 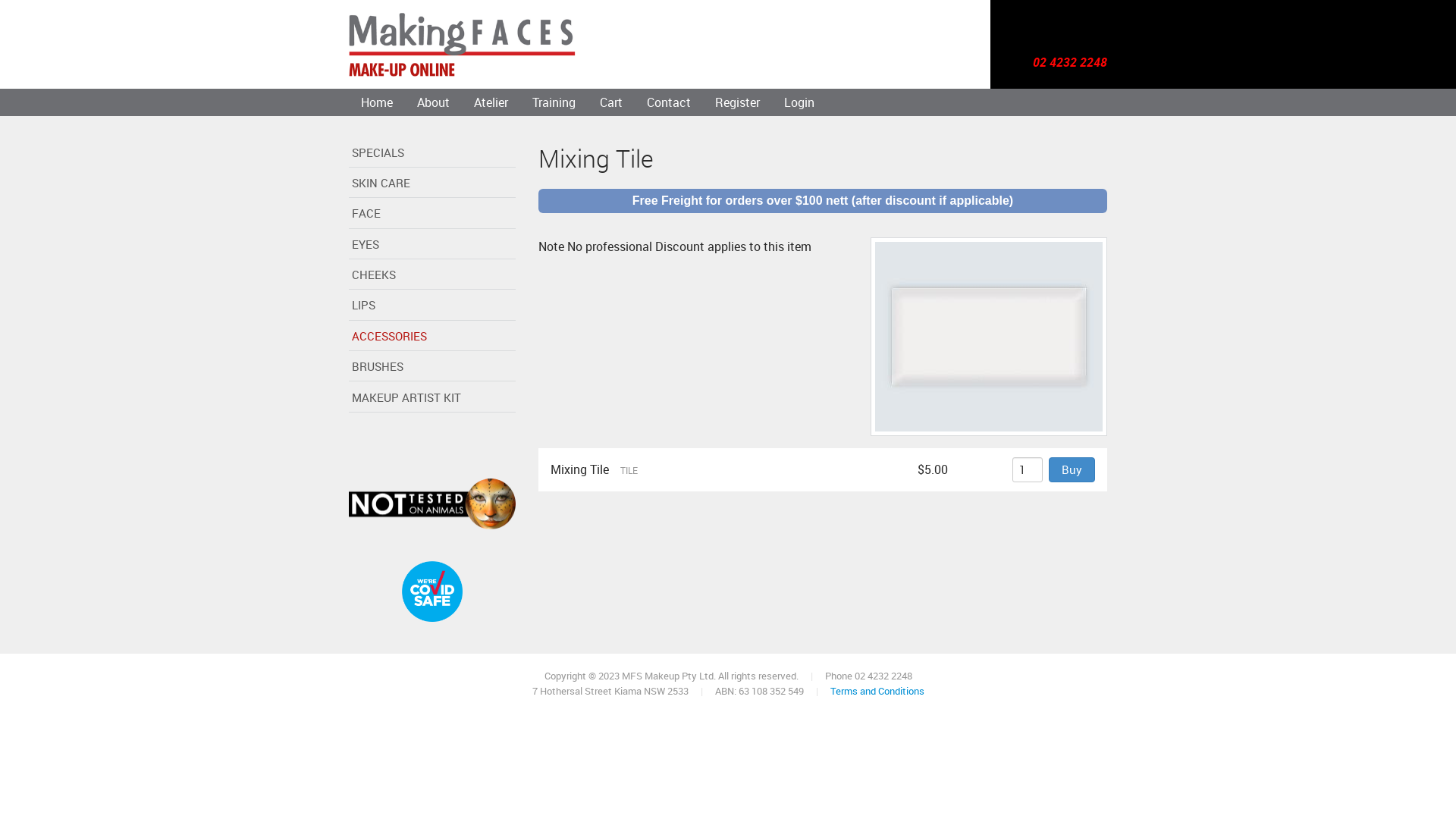 What do you see at coordinates (431, 184) in the screenshot?
I see `'SKIN CARE'` at bounding box center [431, 184].